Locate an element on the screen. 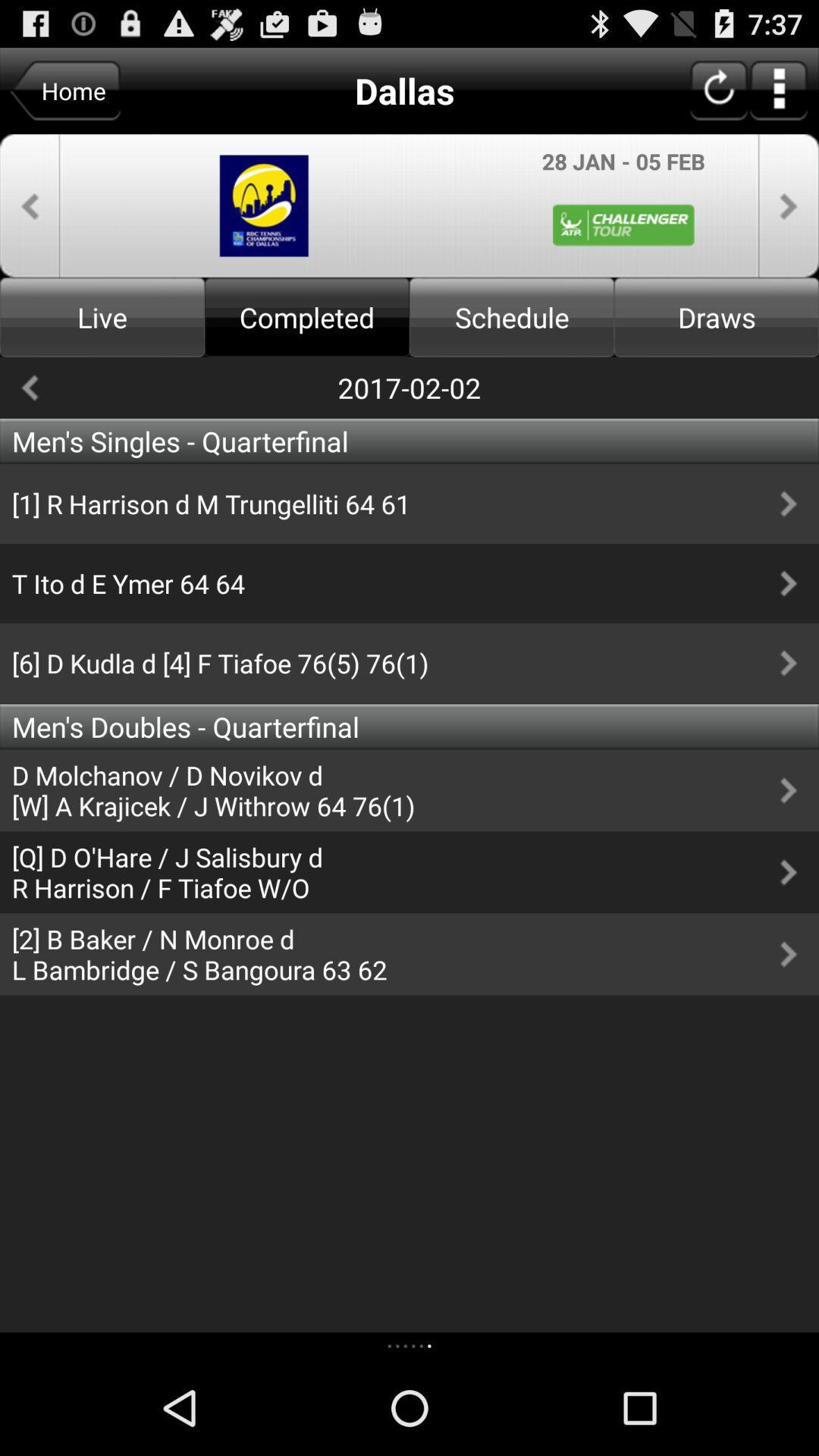 The width and height of the screenshot is (819, 1456). the button which is next to the green icon is located at coordinates (788, 205).